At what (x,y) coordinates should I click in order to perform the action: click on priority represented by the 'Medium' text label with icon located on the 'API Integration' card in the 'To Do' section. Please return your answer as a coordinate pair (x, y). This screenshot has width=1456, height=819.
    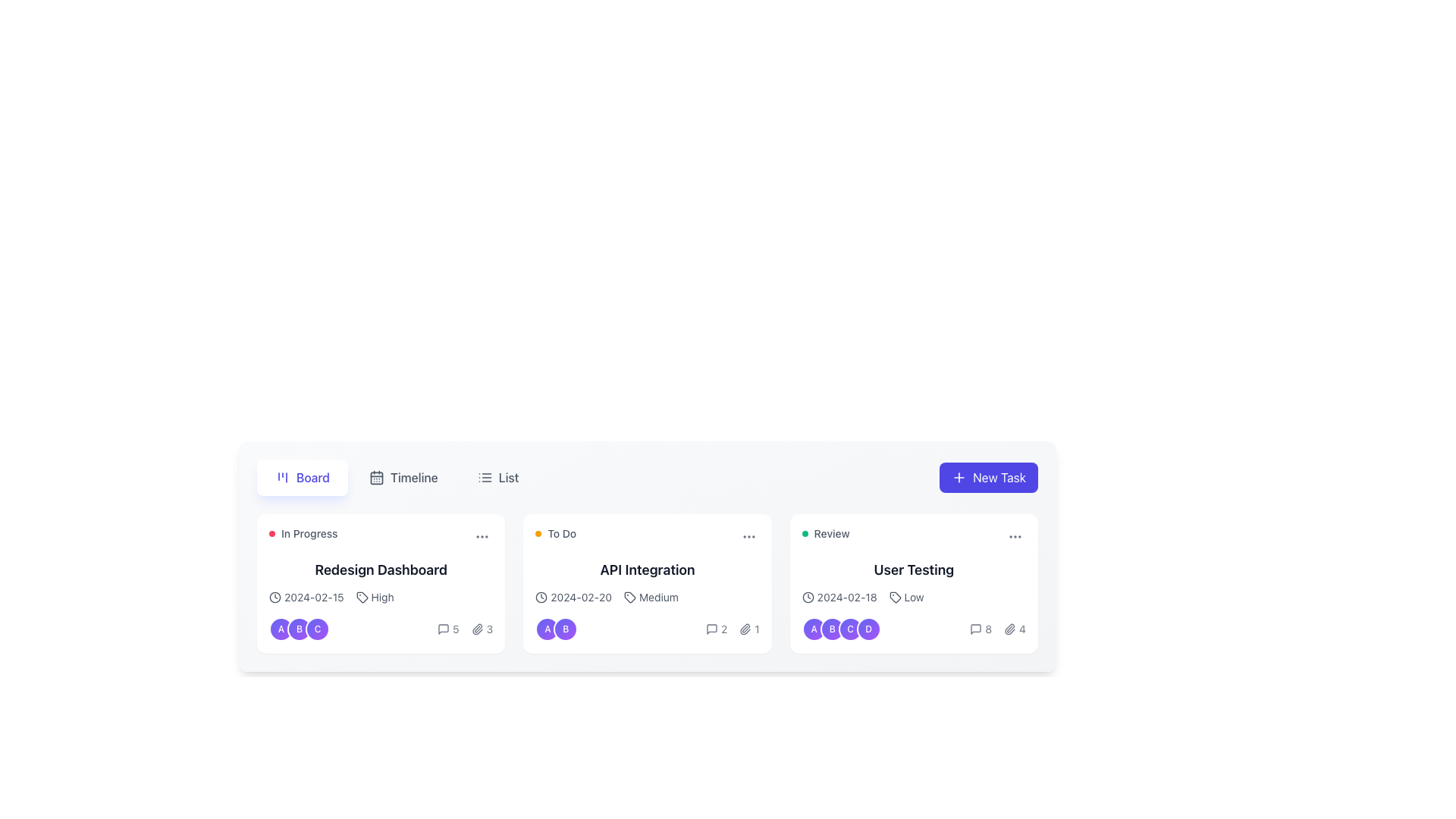
    Looking at the image, I should click on (651, 596).